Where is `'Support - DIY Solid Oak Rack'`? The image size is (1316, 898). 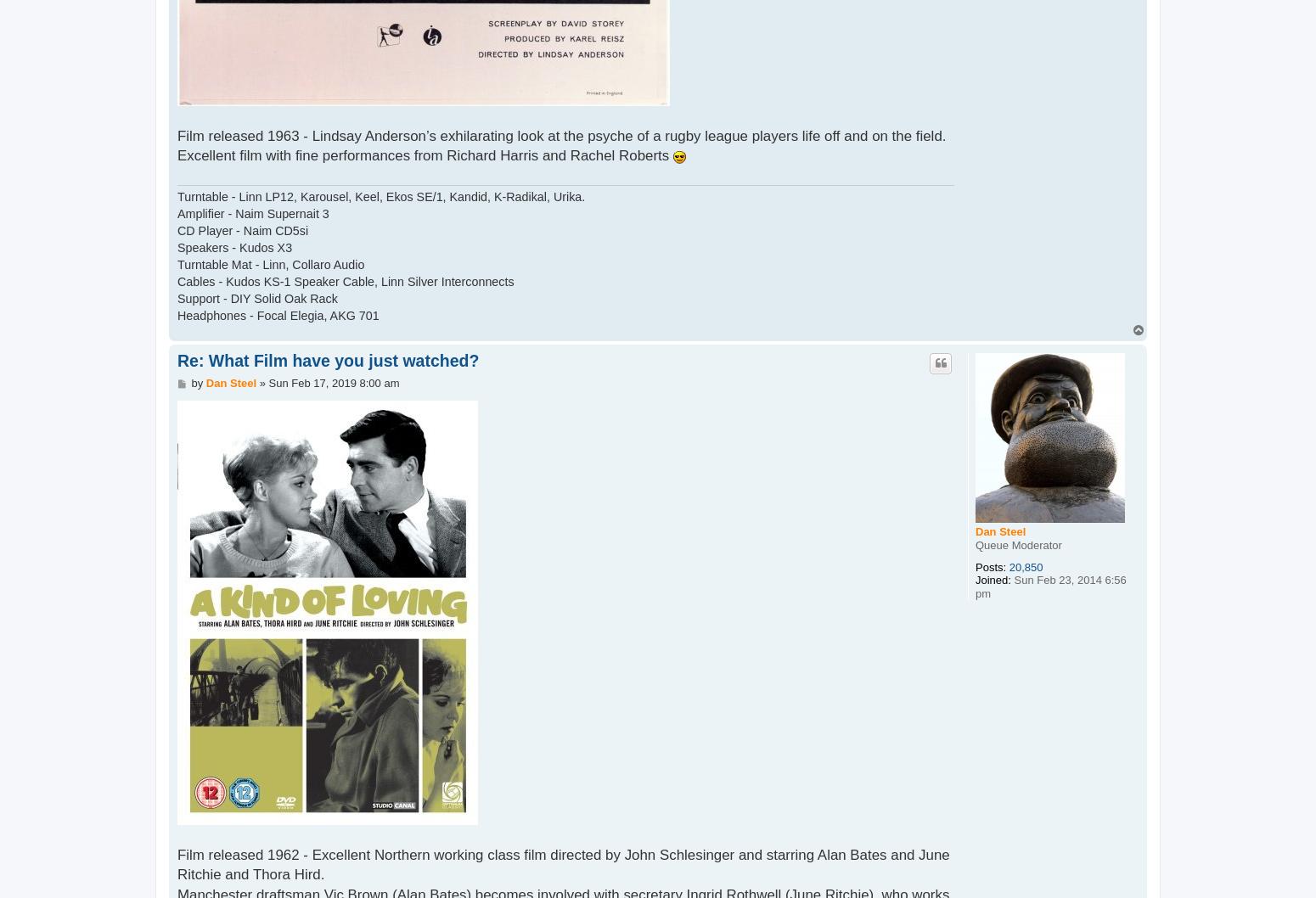
'Support - DIY Solid Oak Rack' is located at coordinates (257, 297).